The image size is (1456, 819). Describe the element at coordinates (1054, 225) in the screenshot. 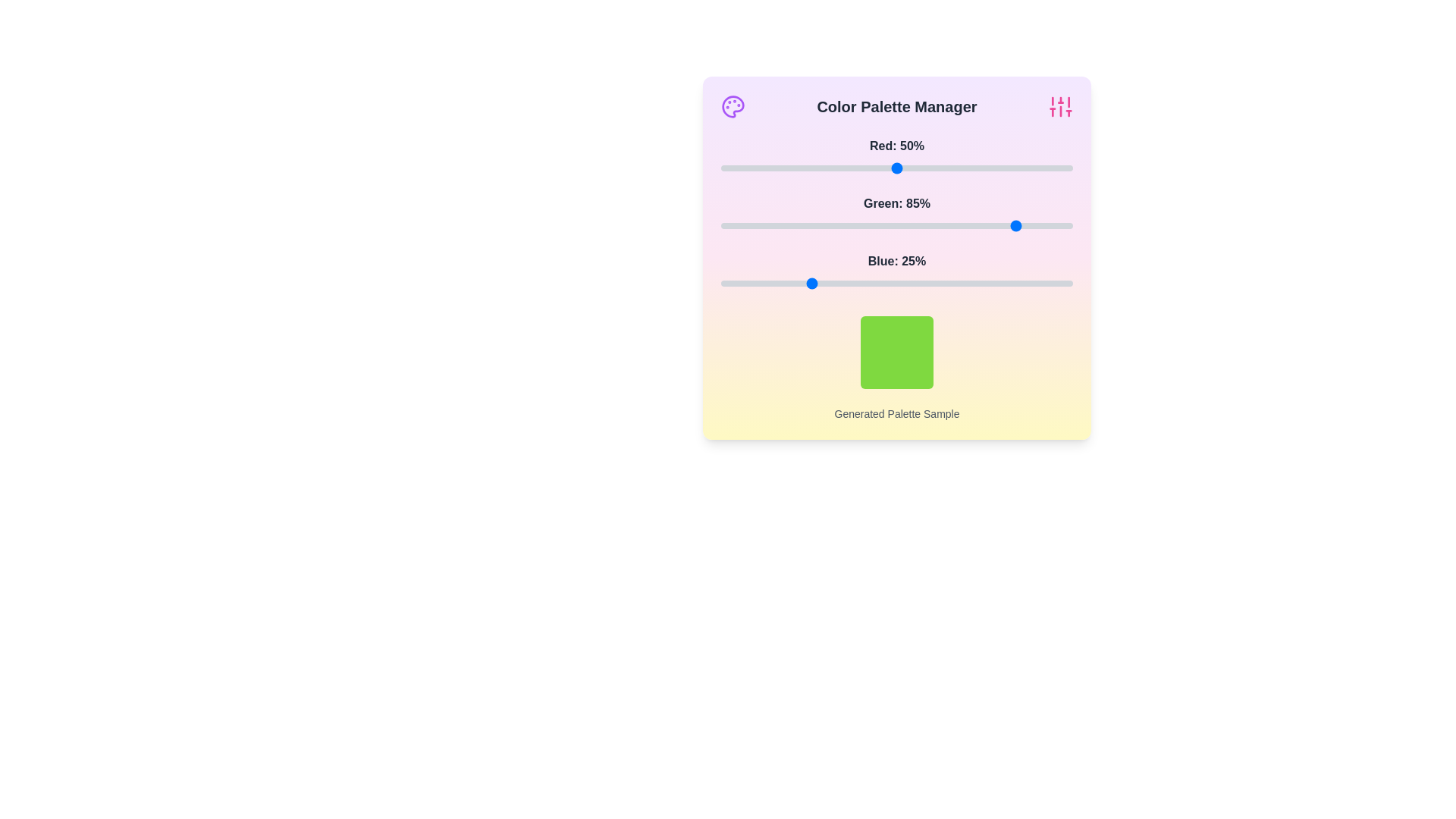

I see `the 1 slider to 95% to observe the updated color sample box` at that location.